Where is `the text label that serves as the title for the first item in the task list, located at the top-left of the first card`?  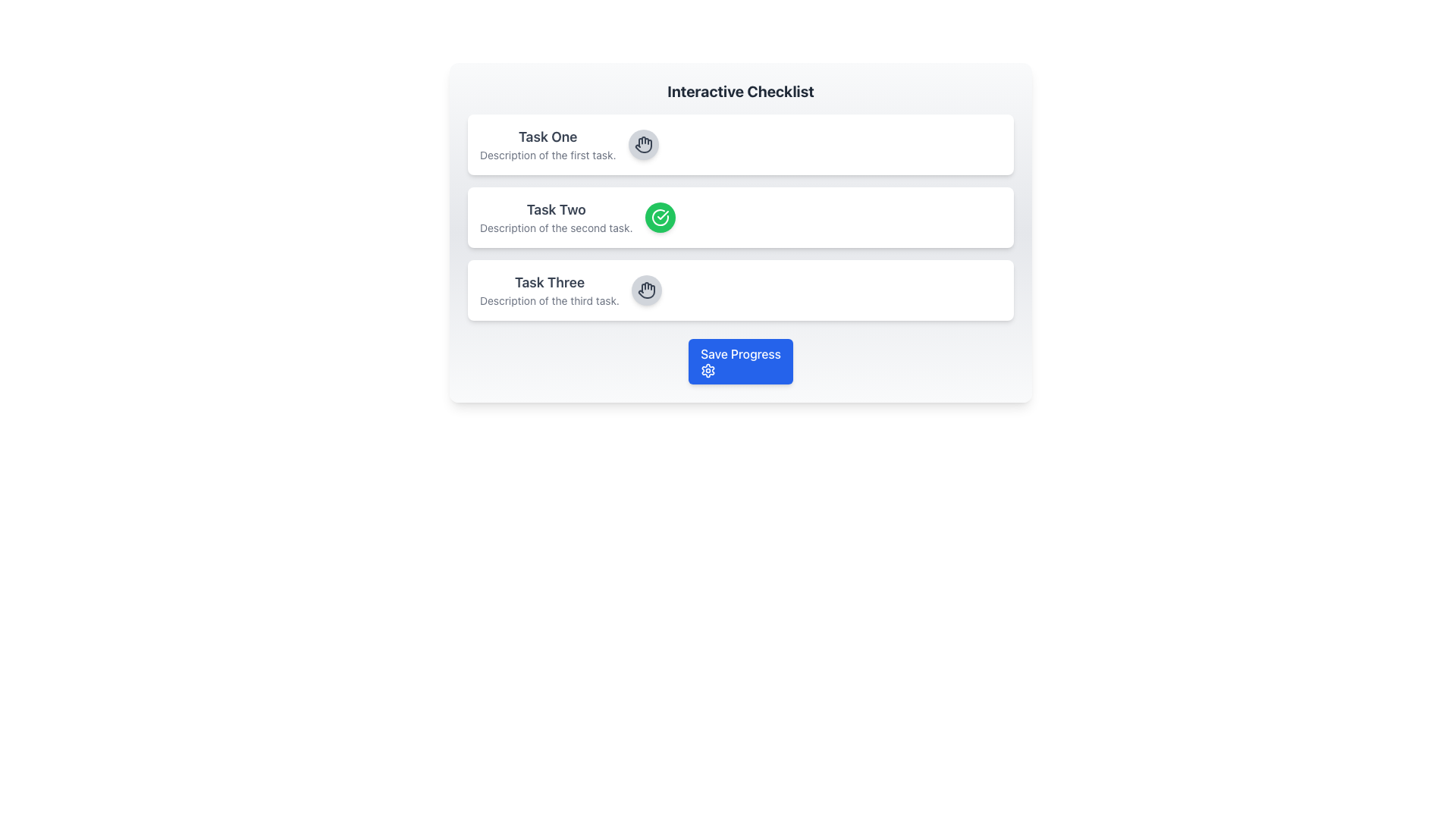
the text label that serves as the title for the first item in the task list, located at the top-left of the first card is located at coordinates (547, 137).